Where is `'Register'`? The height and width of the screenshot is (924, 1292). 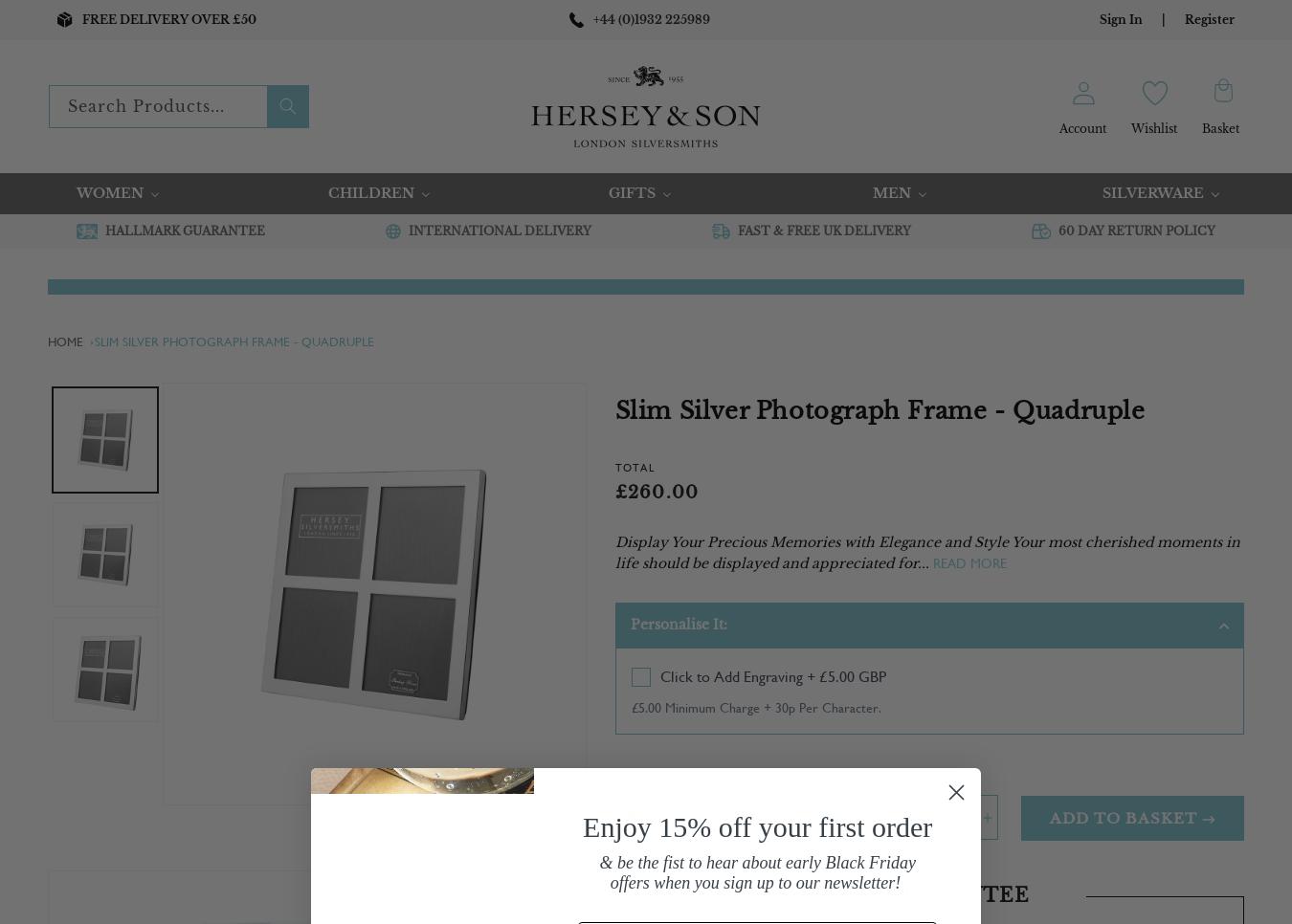 'Register' is located at coordinates (1210, 18).